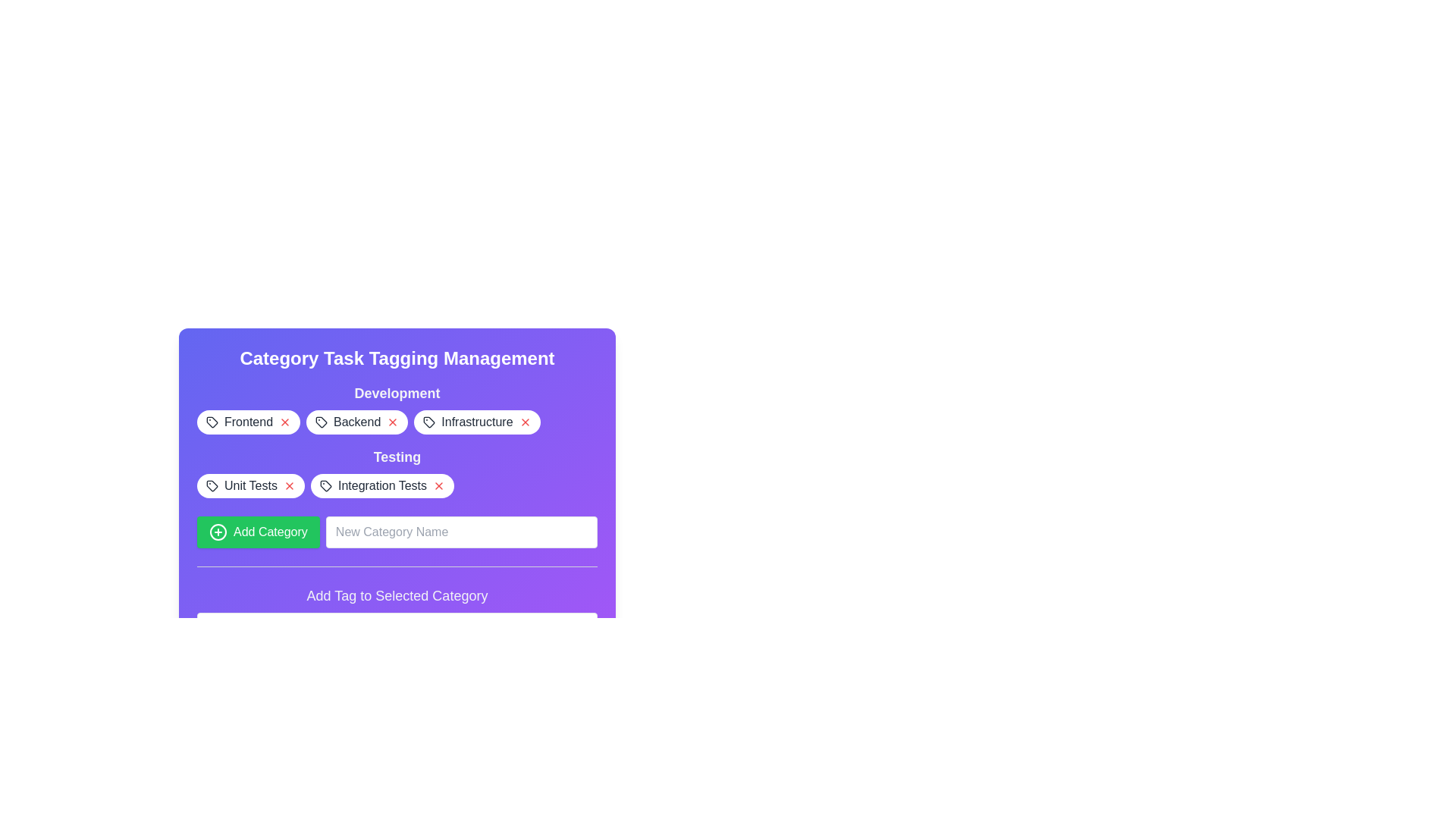  What do you see at coordinates (525, 422) in the screenshot?
I see `the removal button for the 'Infrastructure' tag to trigger a visual change` at bounding box center [525, 422].